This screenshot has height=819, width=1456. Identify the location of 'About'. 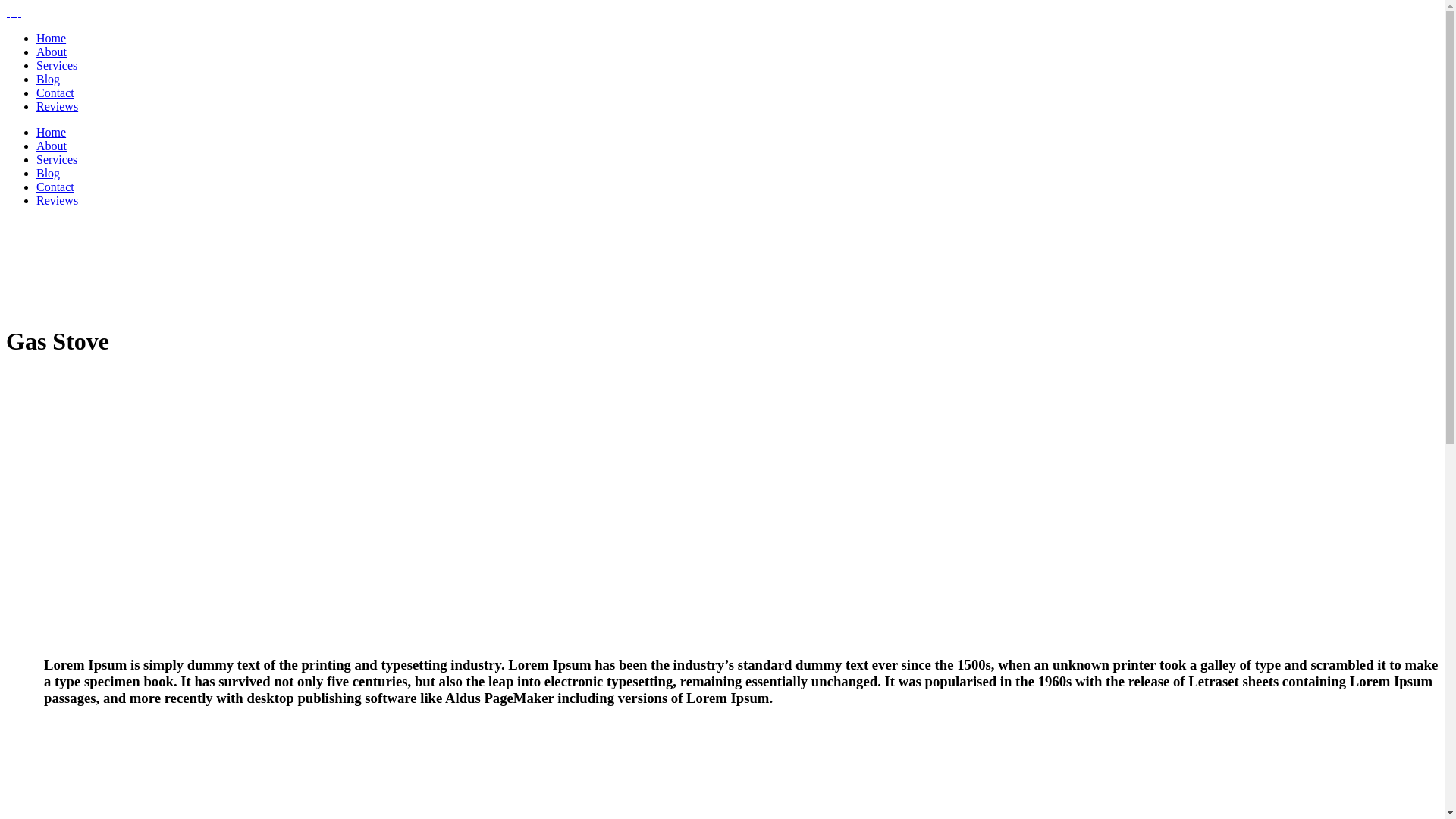
(51, 51).